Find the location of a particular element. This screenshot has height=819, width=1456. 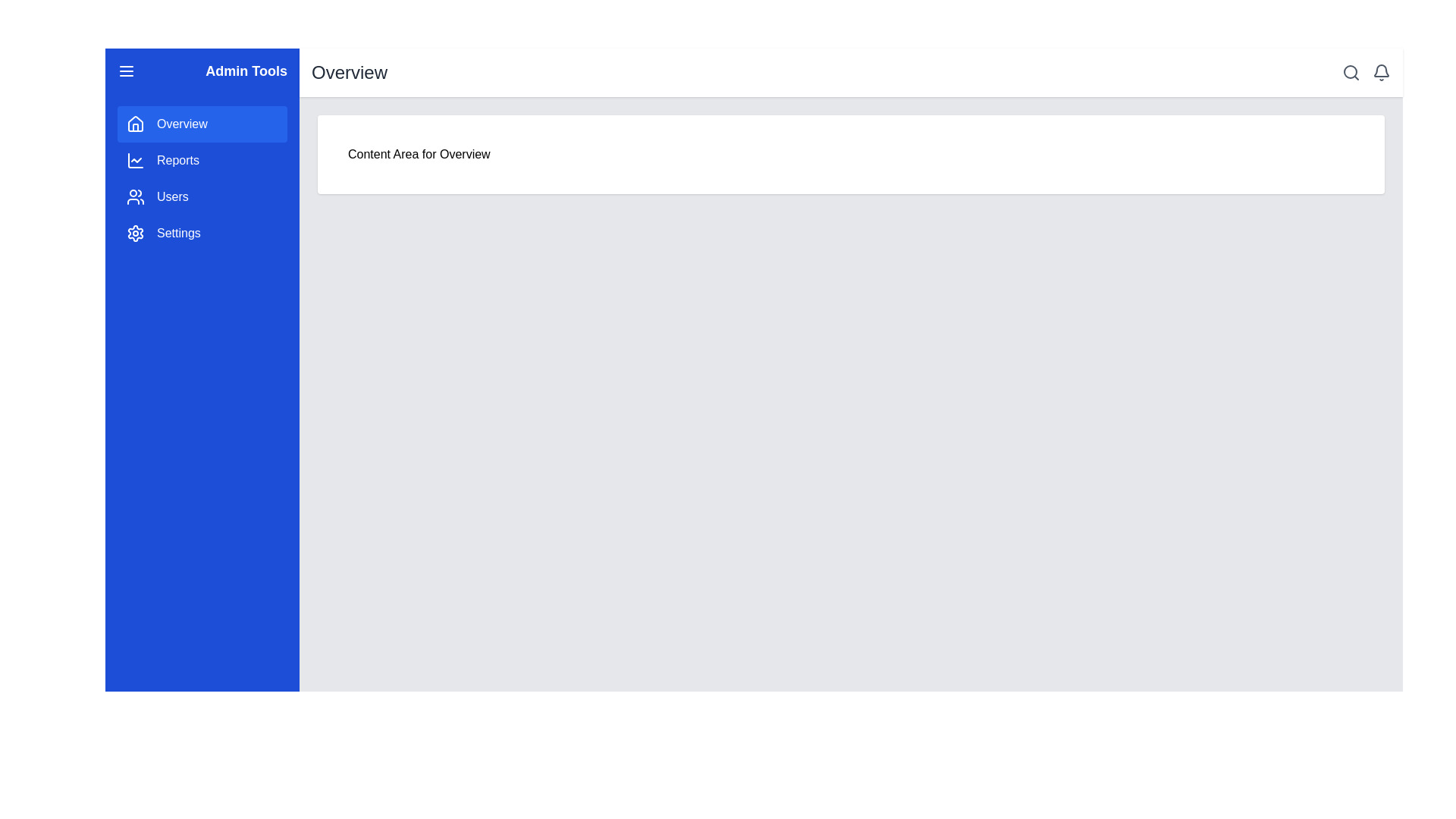

the bell icon in the top right corner of the header bar is located at coordinates (1366, 73).